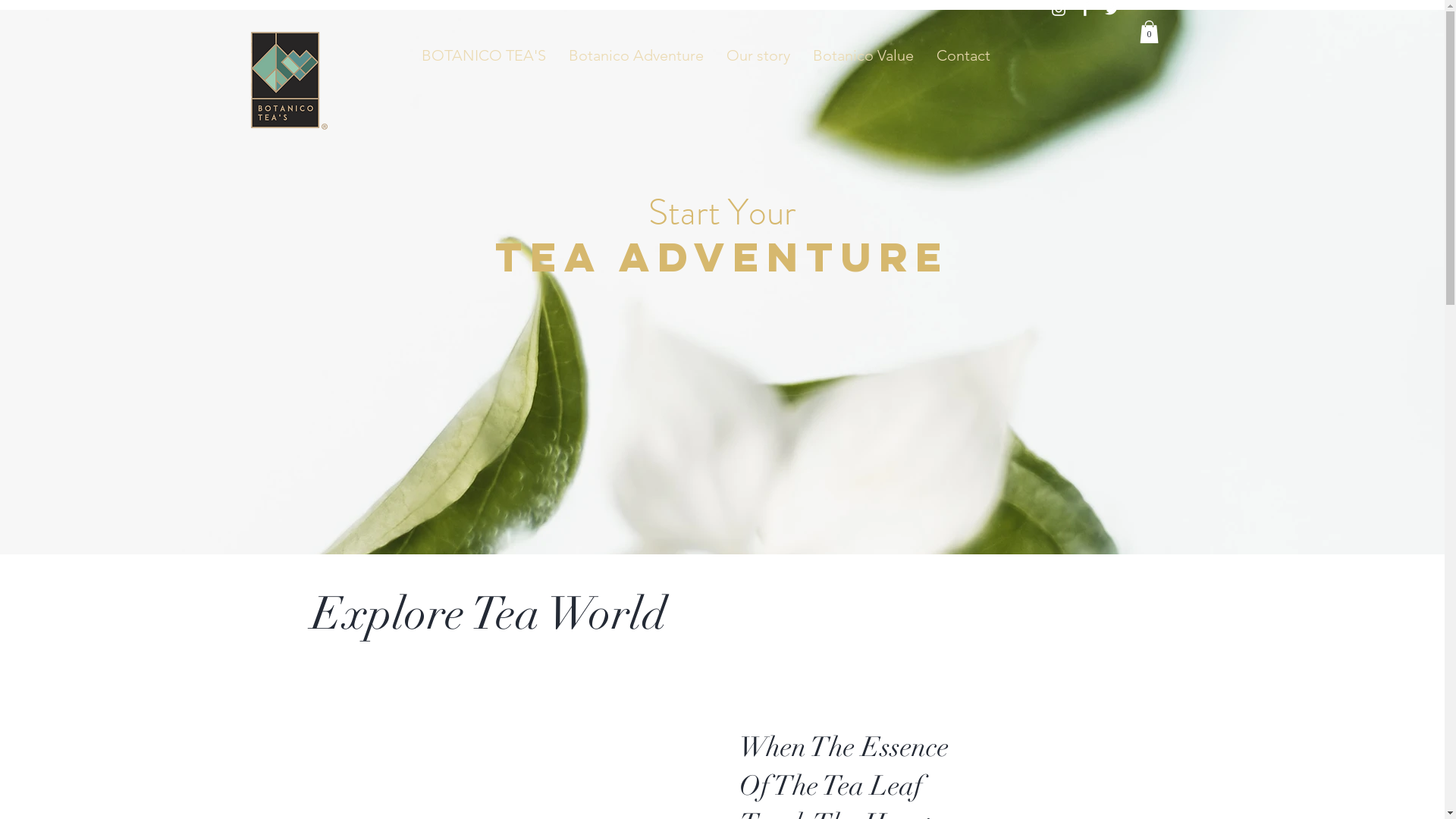 The width and height of the screenshot is (1456, 819). What do you see at coordinates (962, 55) in the screenshot?
I see `'Contact'` at bounding box center [962, 55].